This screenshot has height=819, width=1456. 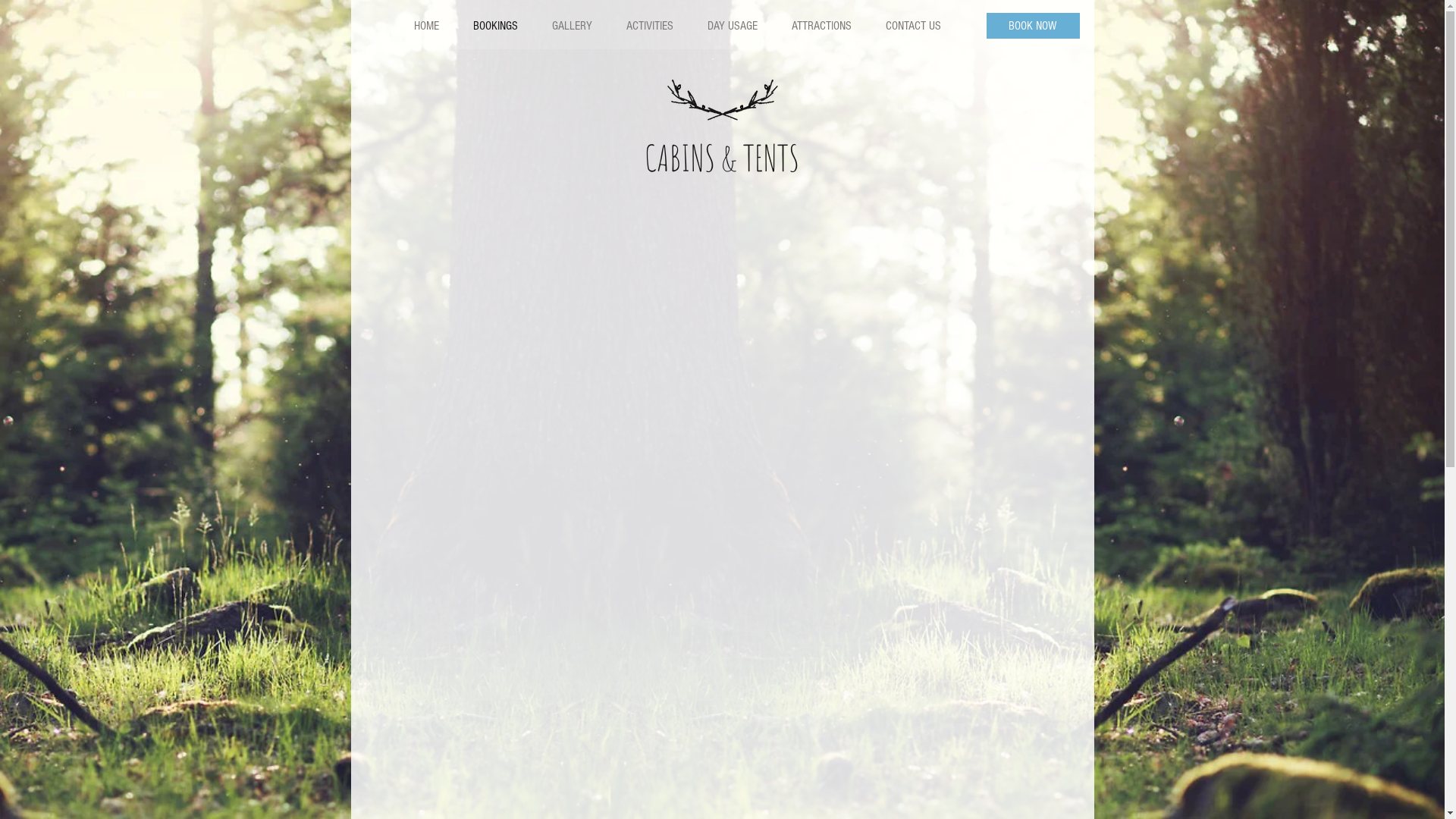 What do you see at coordinates (819, 26) in the screenshot?
I see `'ATTRACTIONS'` at bounding box center [819, 26].